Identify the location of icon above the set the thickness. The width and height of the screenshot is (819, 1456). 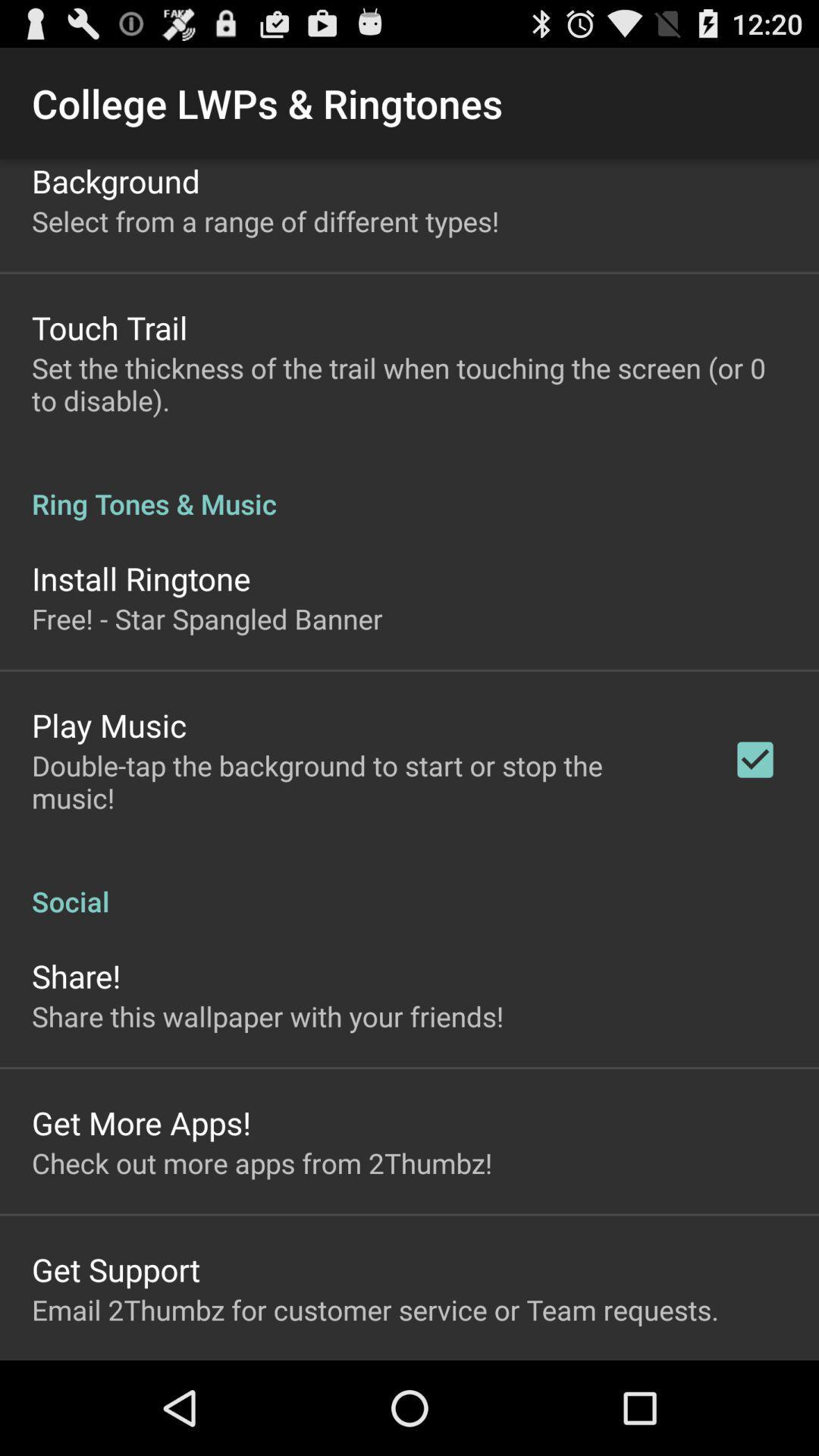
(108, 327).